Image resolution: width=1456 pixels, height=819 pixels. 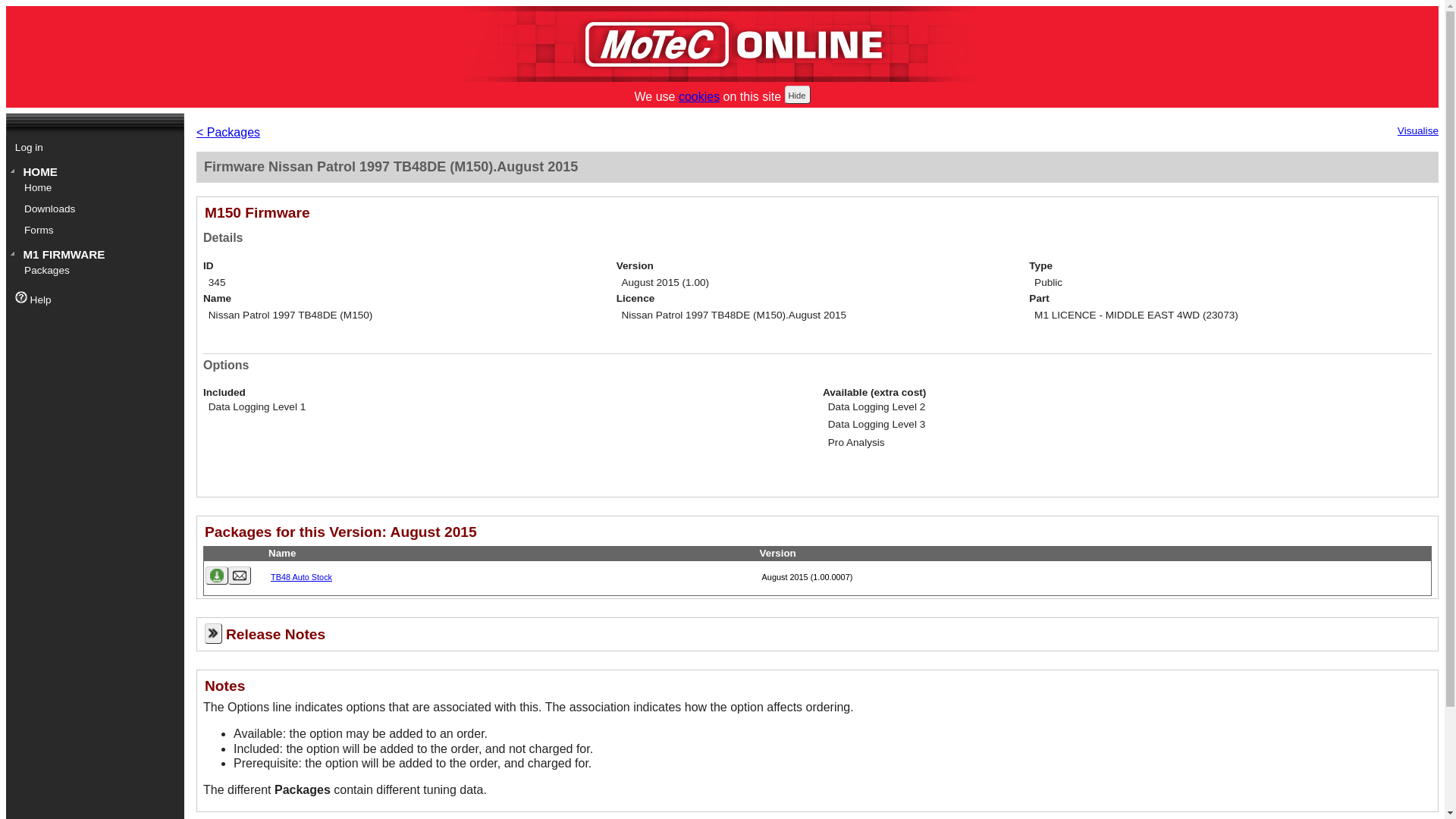 What do you see at coordinates (98, 187) in the screenshot?
I see `'Home'` at bounding box center [98, 187].